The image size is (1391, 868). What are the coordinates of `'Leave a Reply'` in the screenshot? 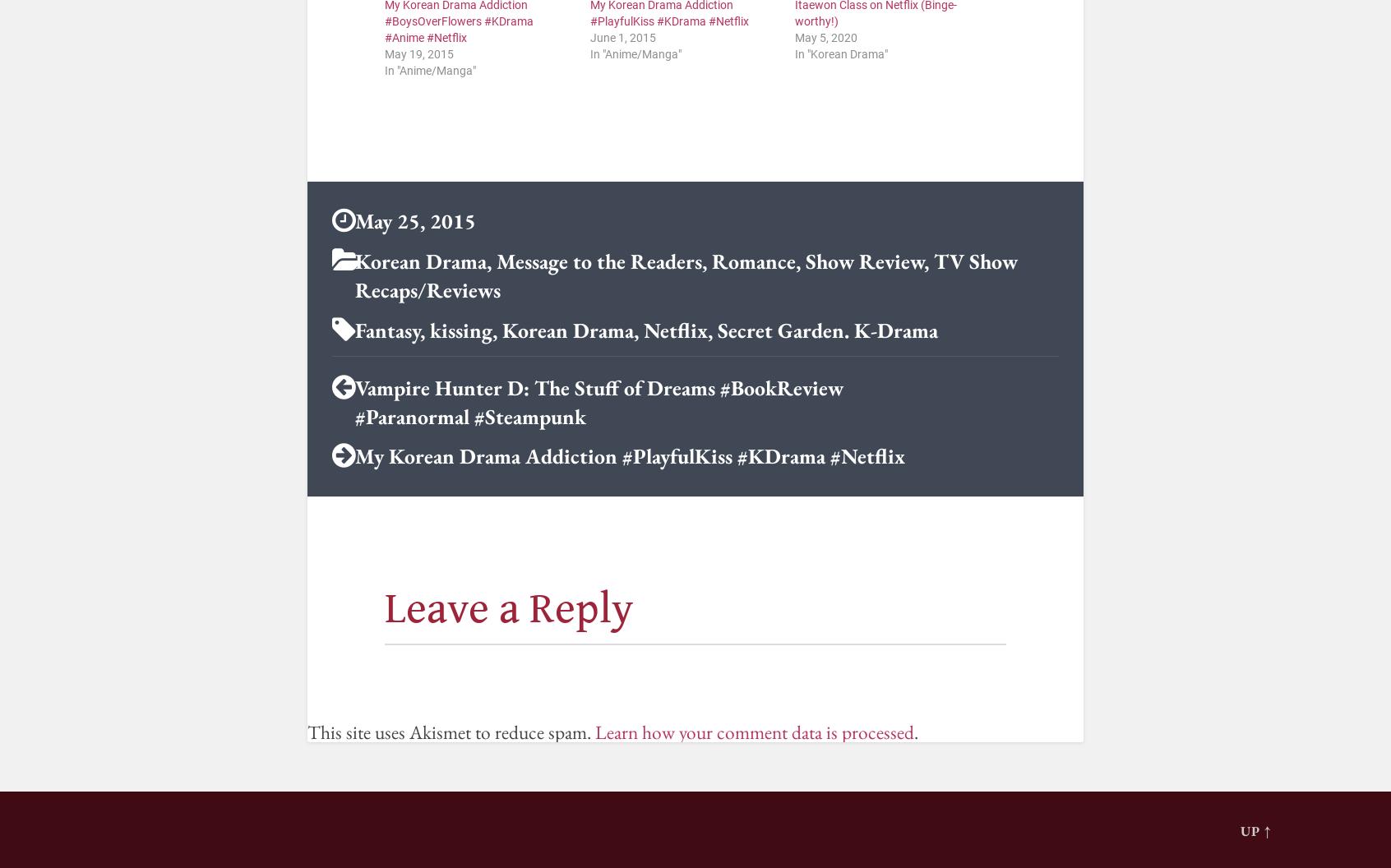 It's located at (507, 607).